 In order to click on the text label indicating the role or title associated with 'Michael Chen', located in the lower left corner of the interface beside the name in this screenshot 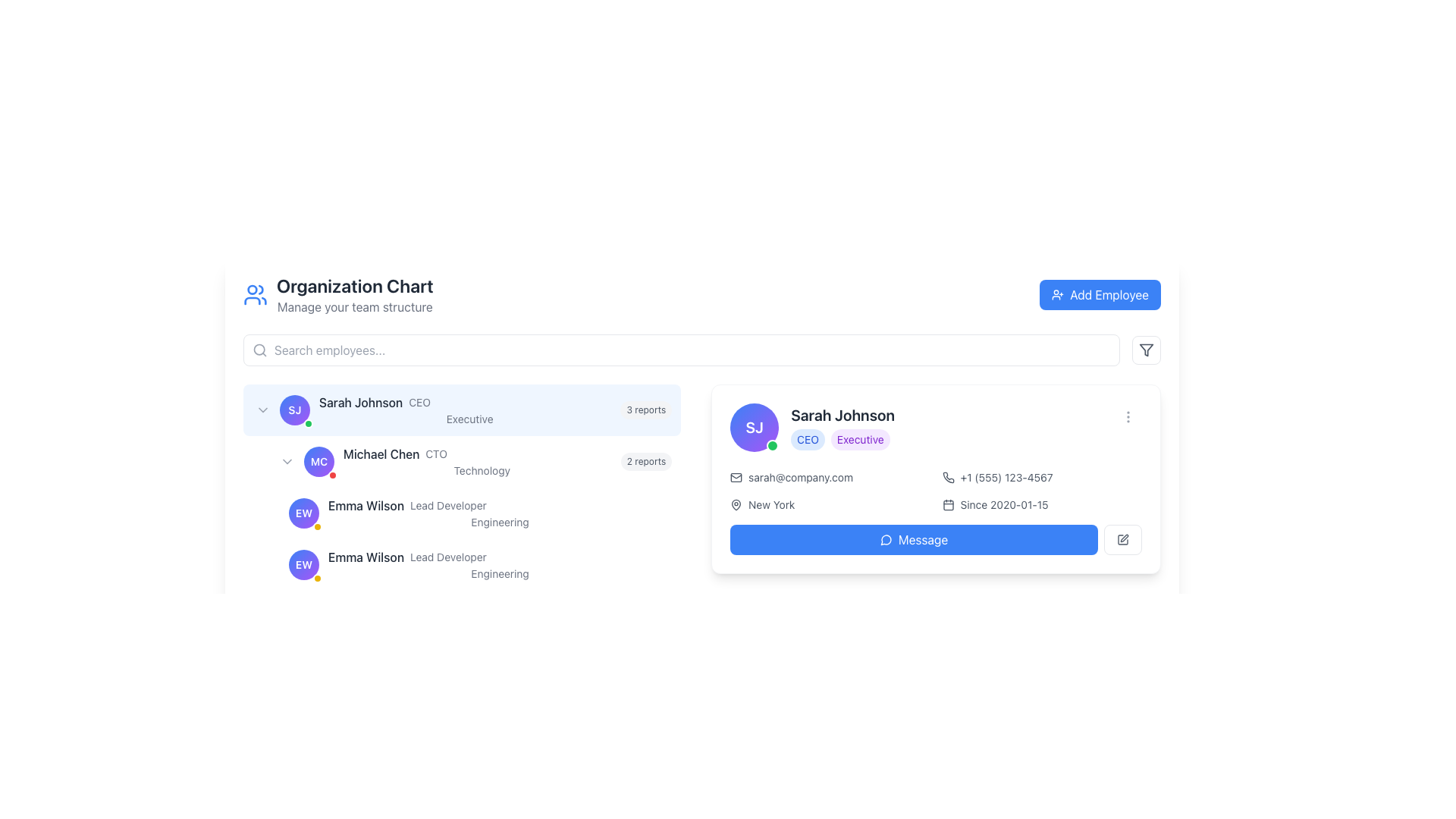, I will do `click(435, 453)`.